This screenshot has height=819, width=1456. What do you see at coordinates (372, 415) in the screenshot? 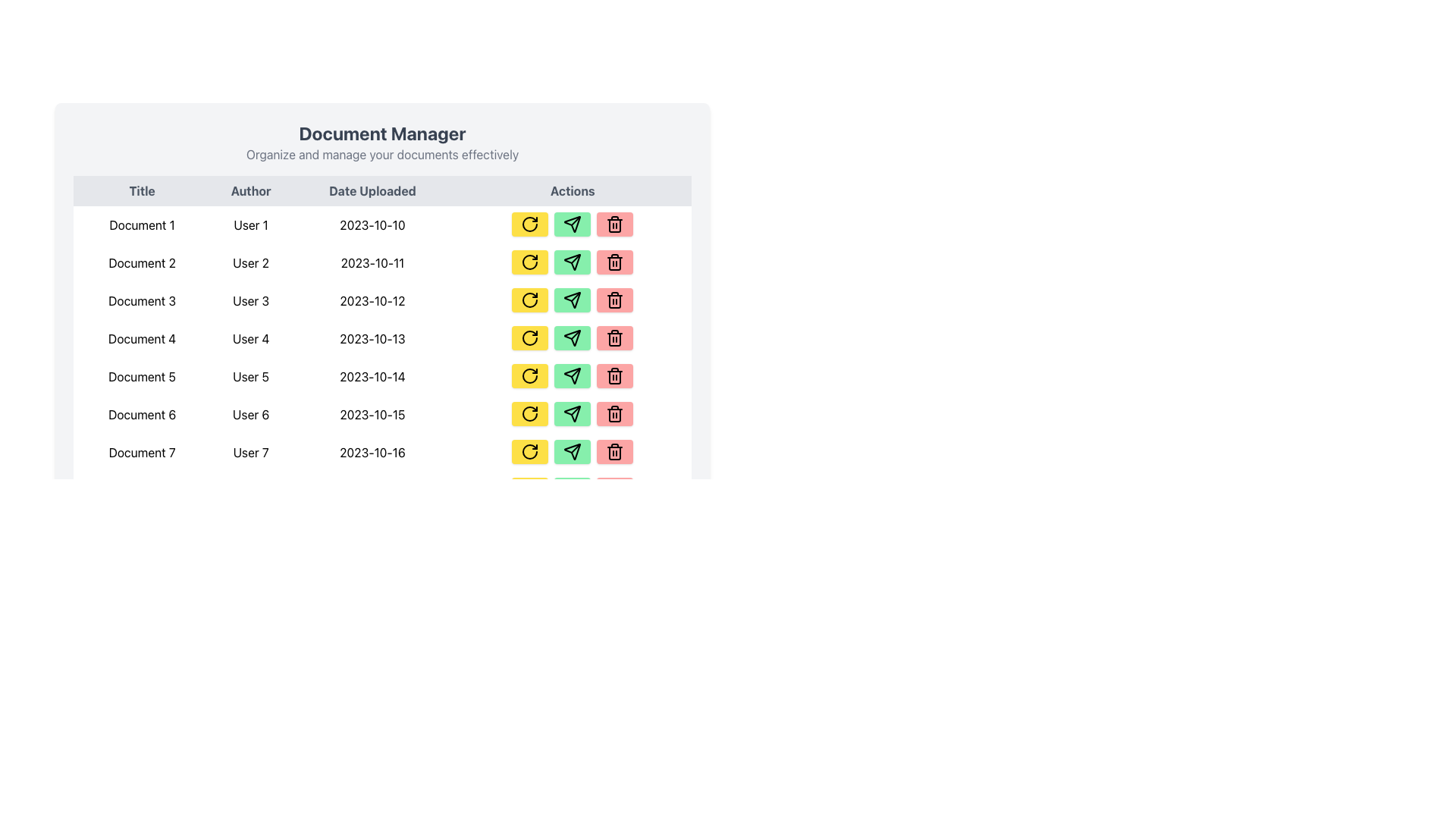
I see `the text displaying the upload date for the document in the sixth row of the table, located under the 'Date Uploaded' column, which is horizontally aligned with 'Document 6' and 'User 6'` at bounding box center [372, 415].